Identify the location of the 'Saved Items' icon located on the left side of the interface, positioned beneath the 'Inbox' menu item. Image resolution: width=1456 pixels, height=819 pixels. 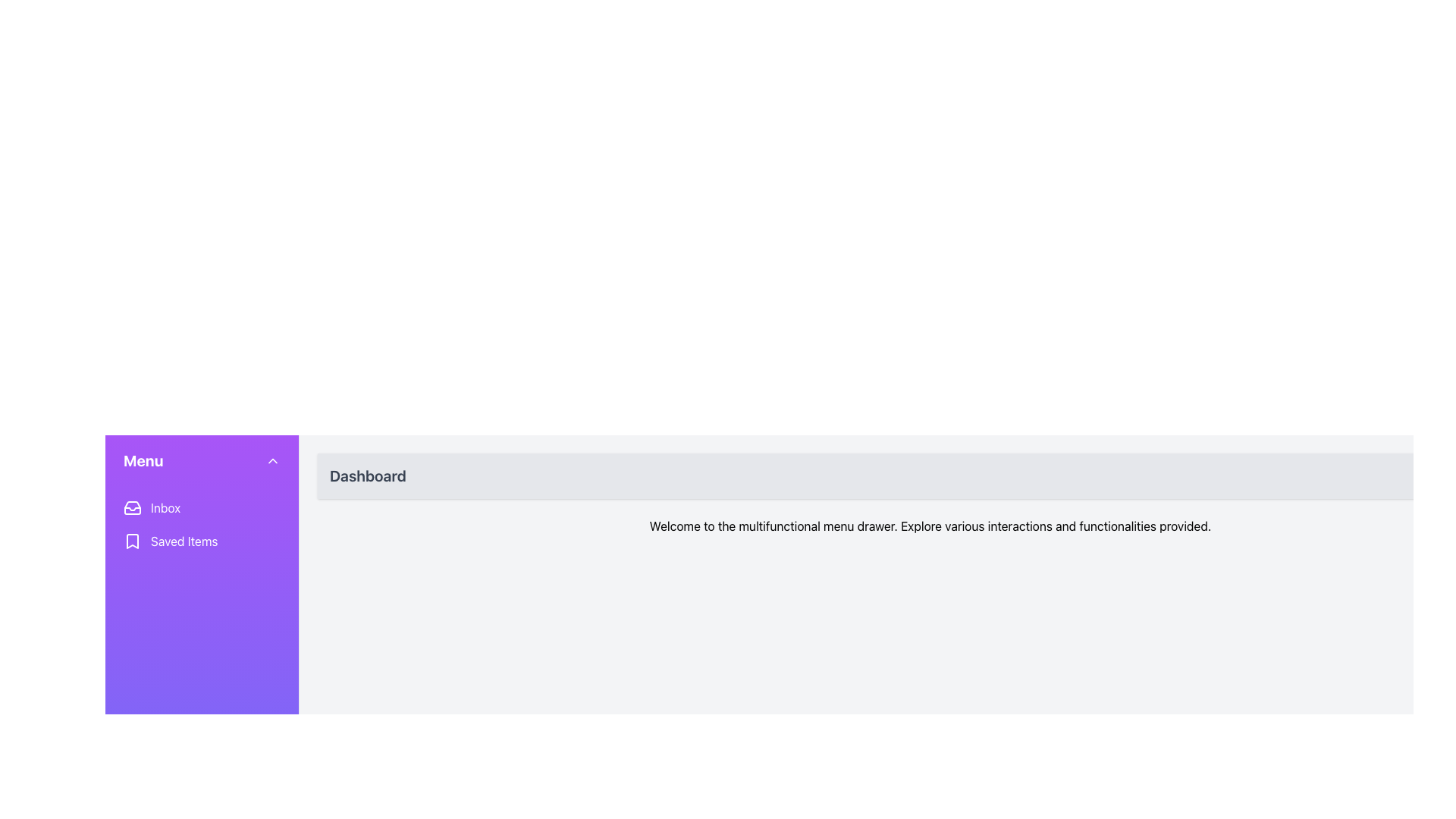
(132, 540).